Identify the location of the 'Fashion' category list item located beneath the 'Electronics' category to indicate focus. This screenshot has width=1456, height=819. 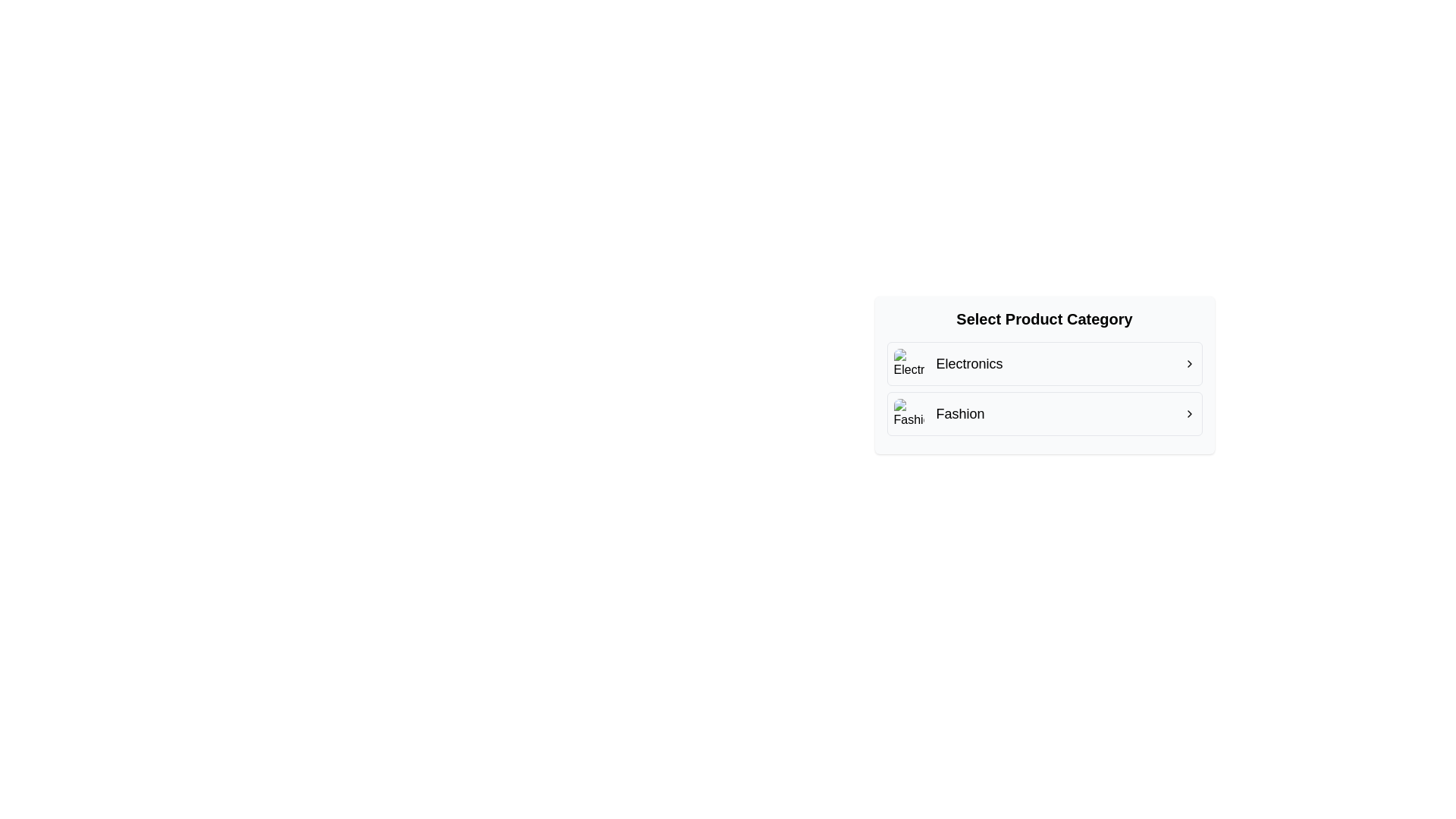
(1043, 414).